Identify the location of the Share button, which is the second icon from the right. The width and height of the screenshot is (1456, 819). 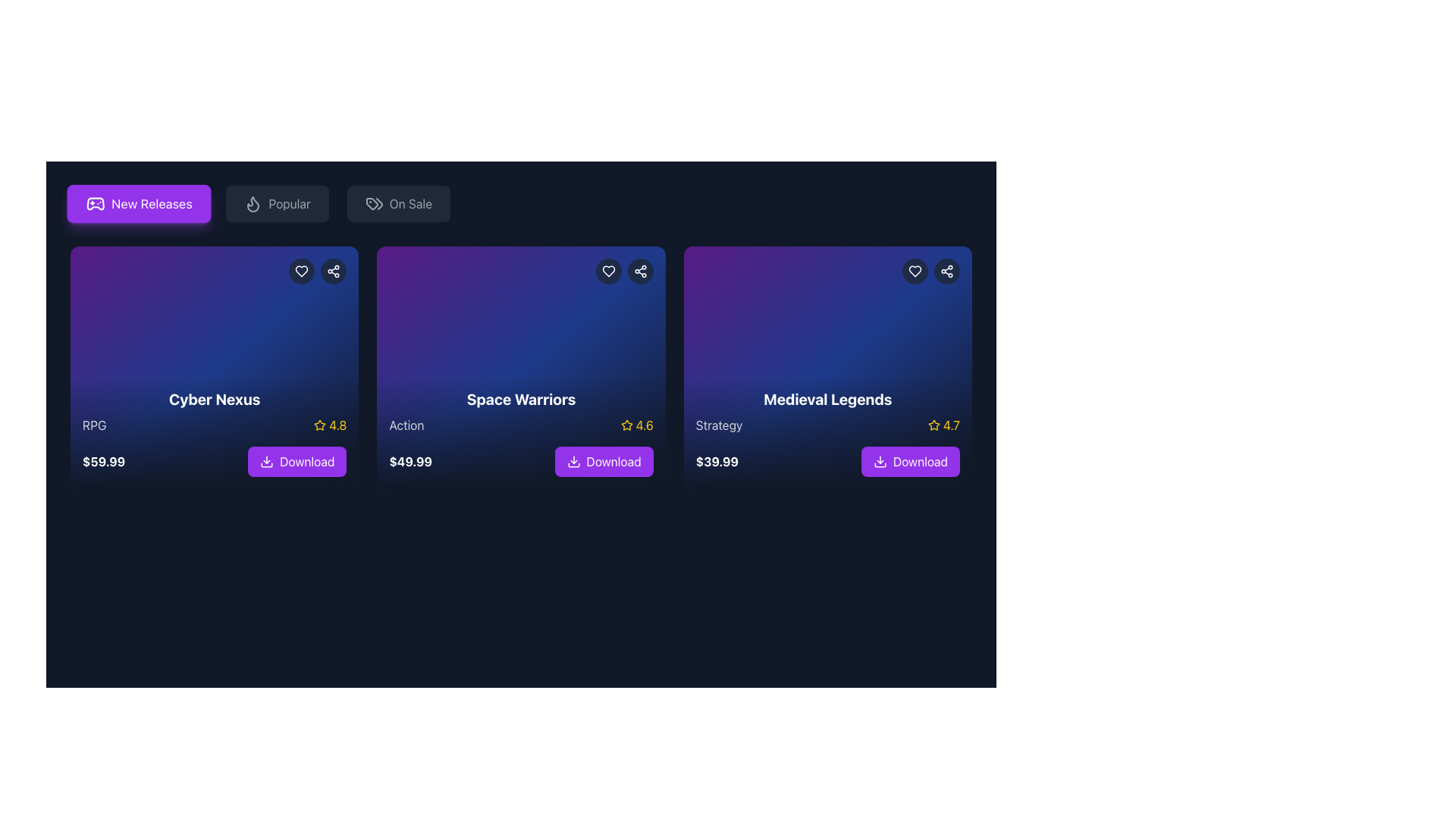
(946, 271).